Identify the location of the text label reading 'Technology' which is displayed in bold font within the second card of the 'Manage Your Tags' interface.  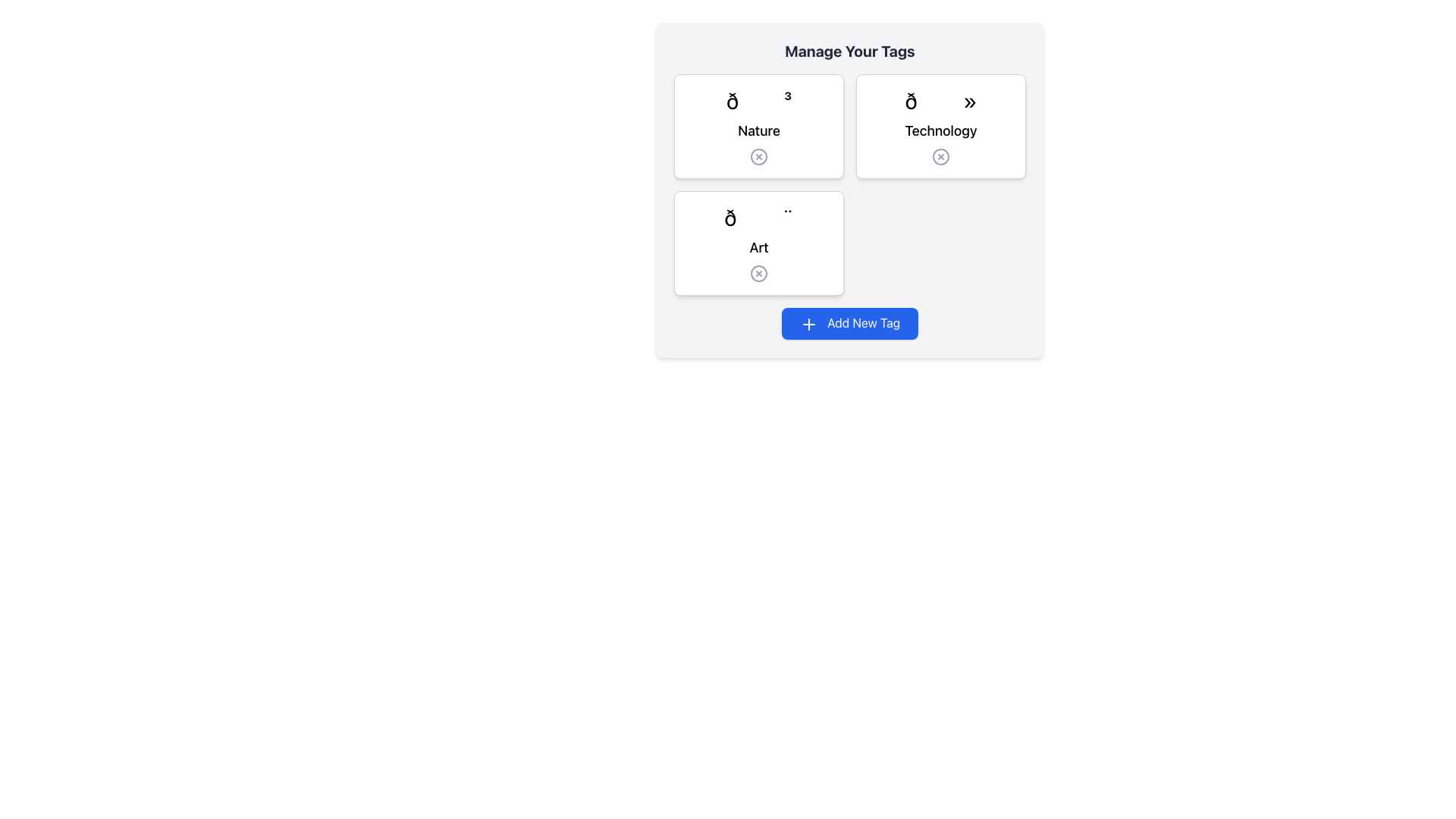
(940, 130).